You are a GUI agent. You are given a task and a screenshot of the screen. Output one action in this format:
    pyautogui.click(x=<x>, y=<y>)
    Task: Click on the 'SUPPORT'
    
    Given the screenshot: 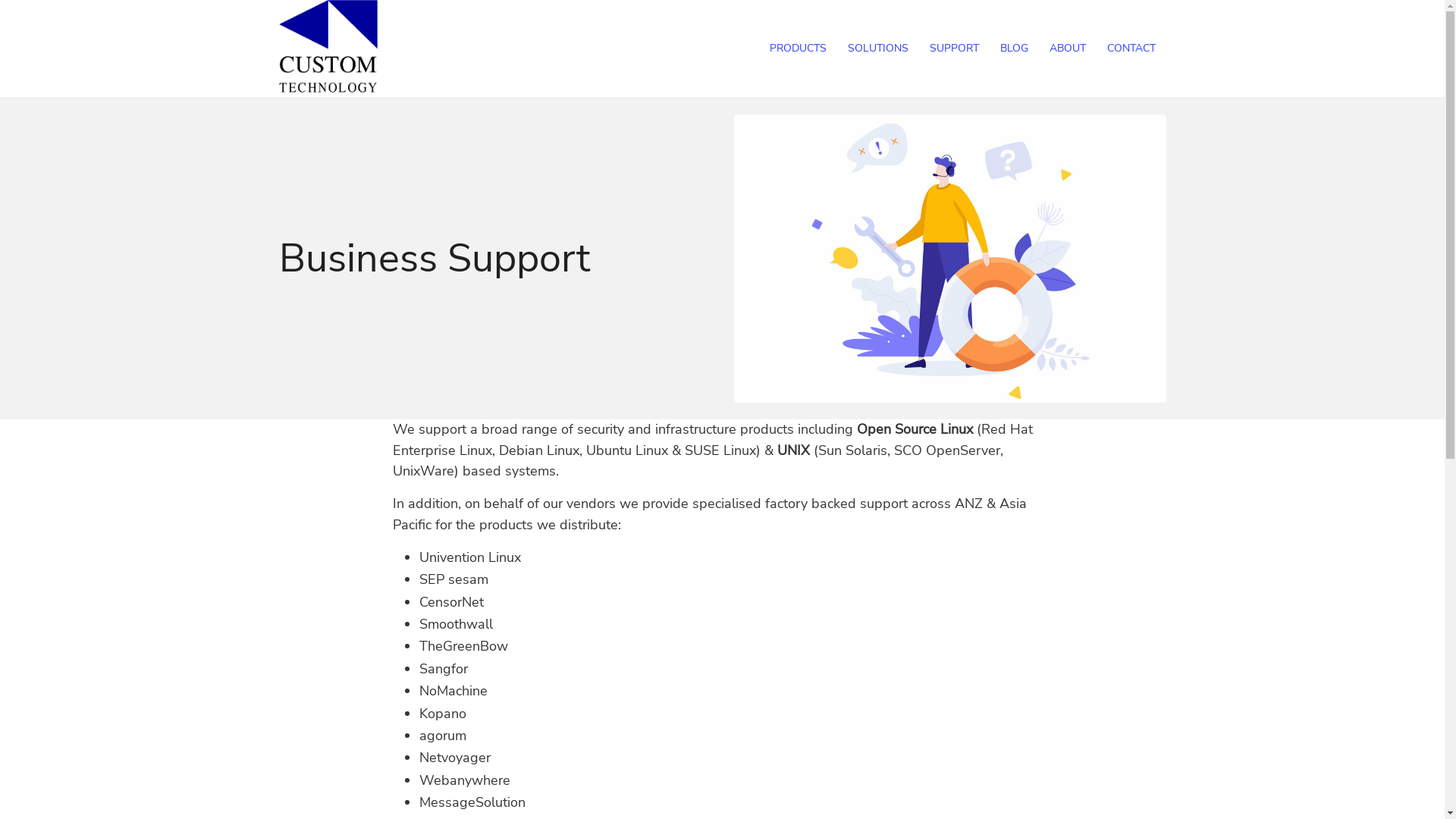 What is the action you would take?
    pyautogui.click(x=953, y=48)
    